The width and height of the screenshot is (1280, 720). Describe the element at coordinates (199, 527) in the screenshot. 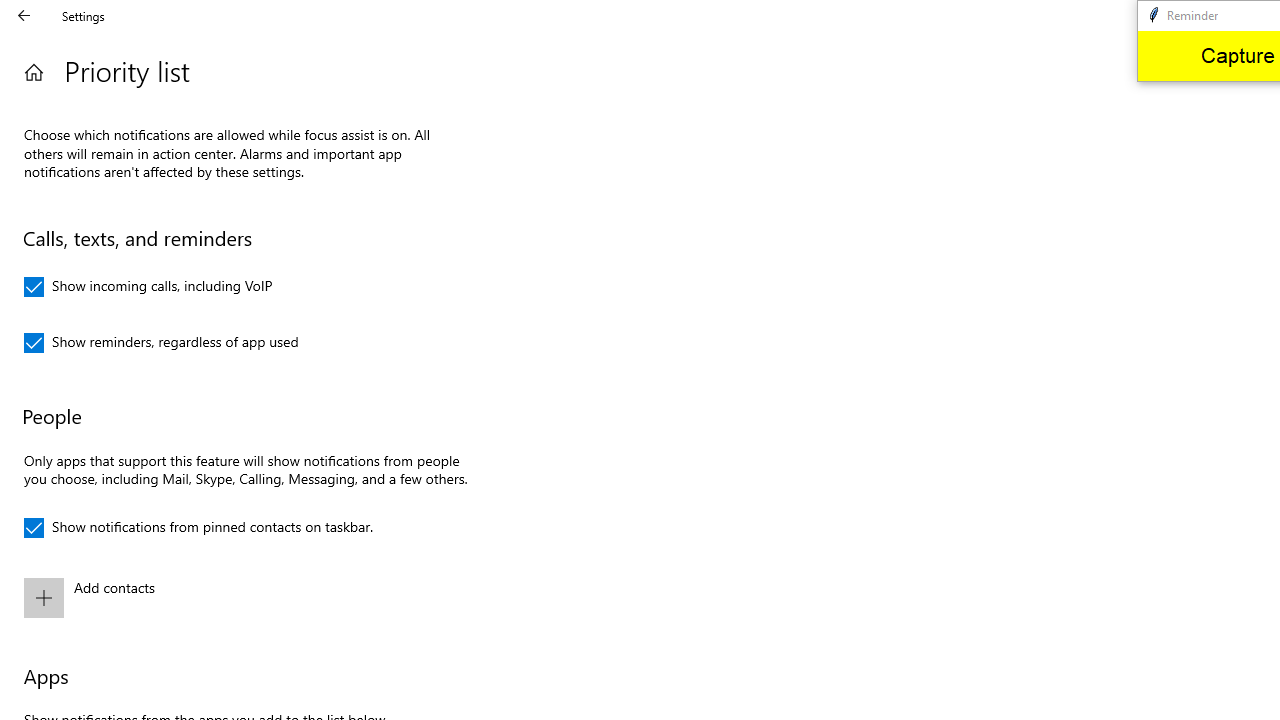

I see `'Show notifications from pinned contacts on taskbar.'` at that location.